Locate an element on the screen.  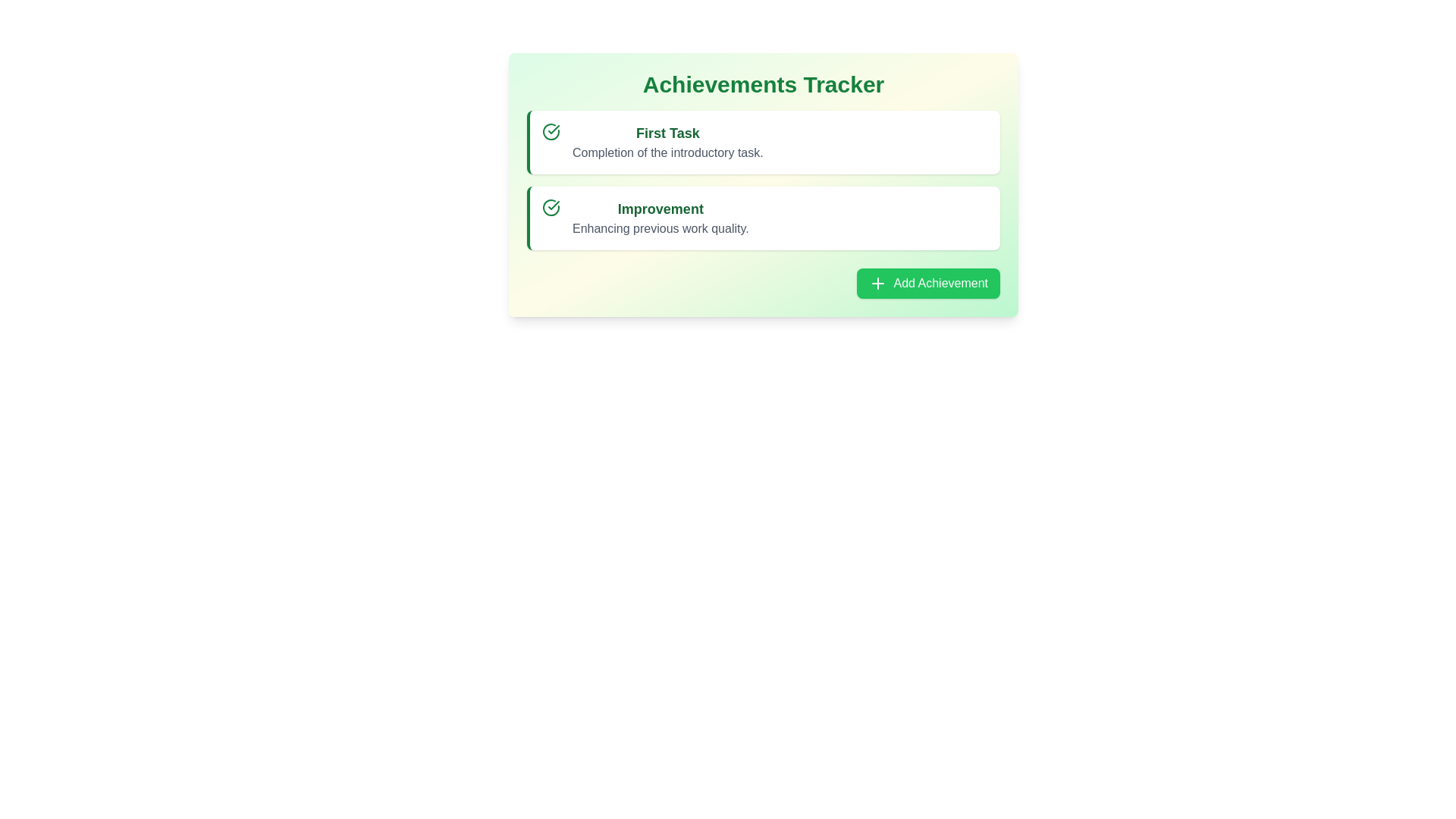
the SVG icon representing a check or success, which indicates the completion of a task in the 'Improvement' section of the achievements tracker interface is located at coordinates (550, 130).